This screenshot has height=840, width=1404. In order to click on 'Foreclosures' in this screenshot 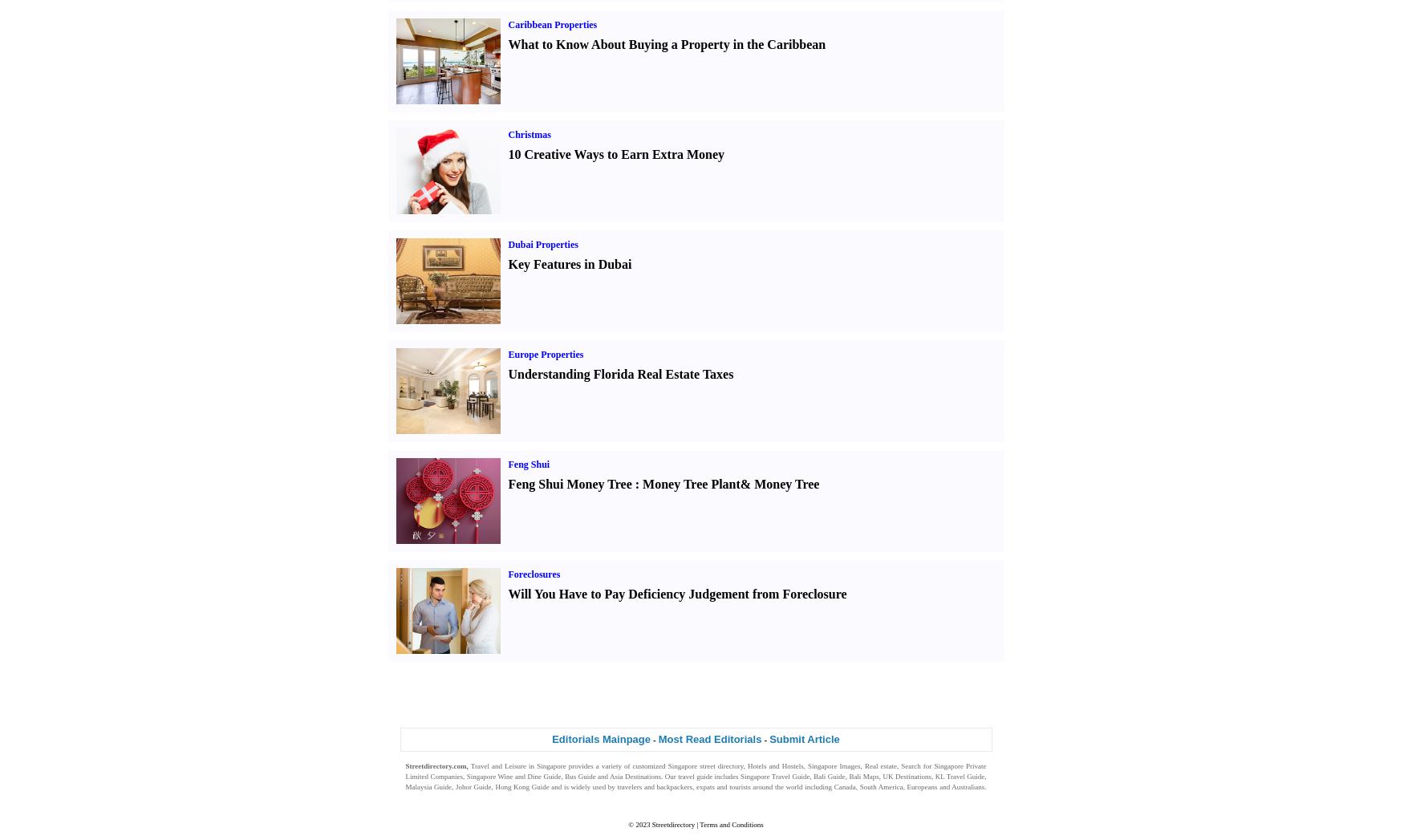, I will do `click(533, 574)`.